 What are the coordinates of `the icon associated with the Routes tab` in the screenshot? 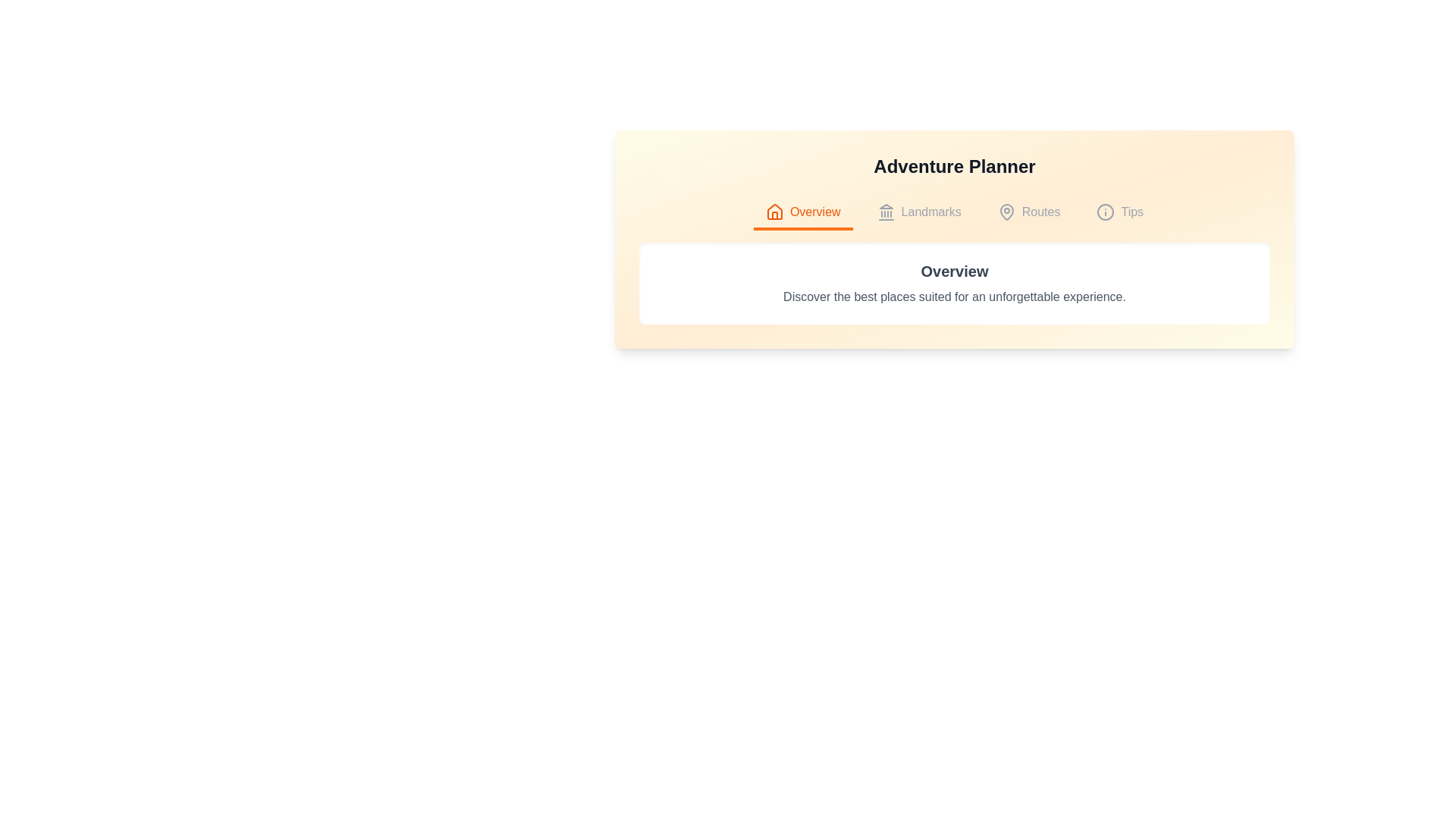 It's located at (1006, 212).